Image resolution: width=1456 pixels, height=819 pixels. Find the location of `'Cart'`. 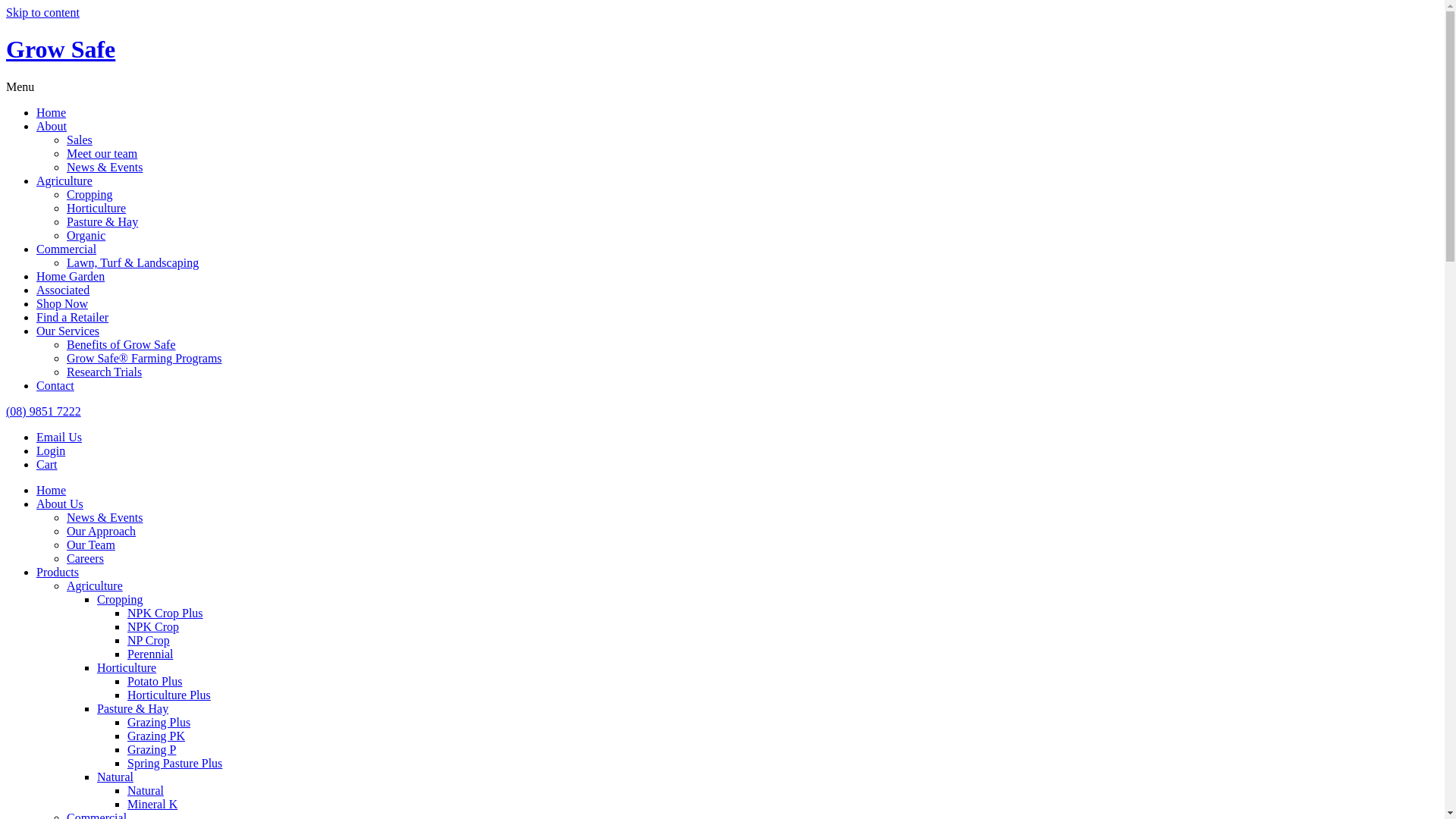

'Cart' is located at coordinates (47, 463).